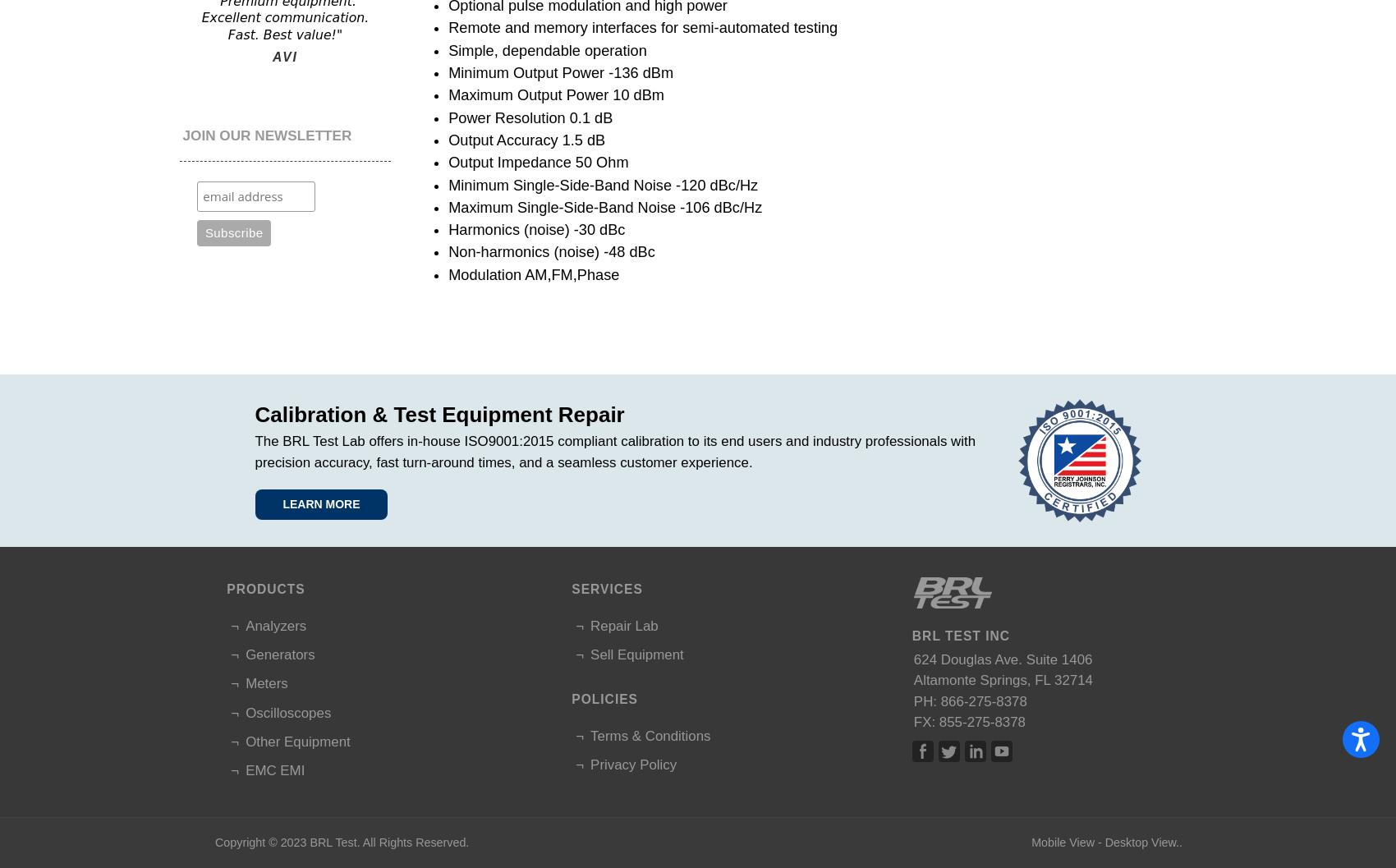 This screenshot has width=1396, height=868. I want to click on 'Simple, dependable operation', so click(547, 49).